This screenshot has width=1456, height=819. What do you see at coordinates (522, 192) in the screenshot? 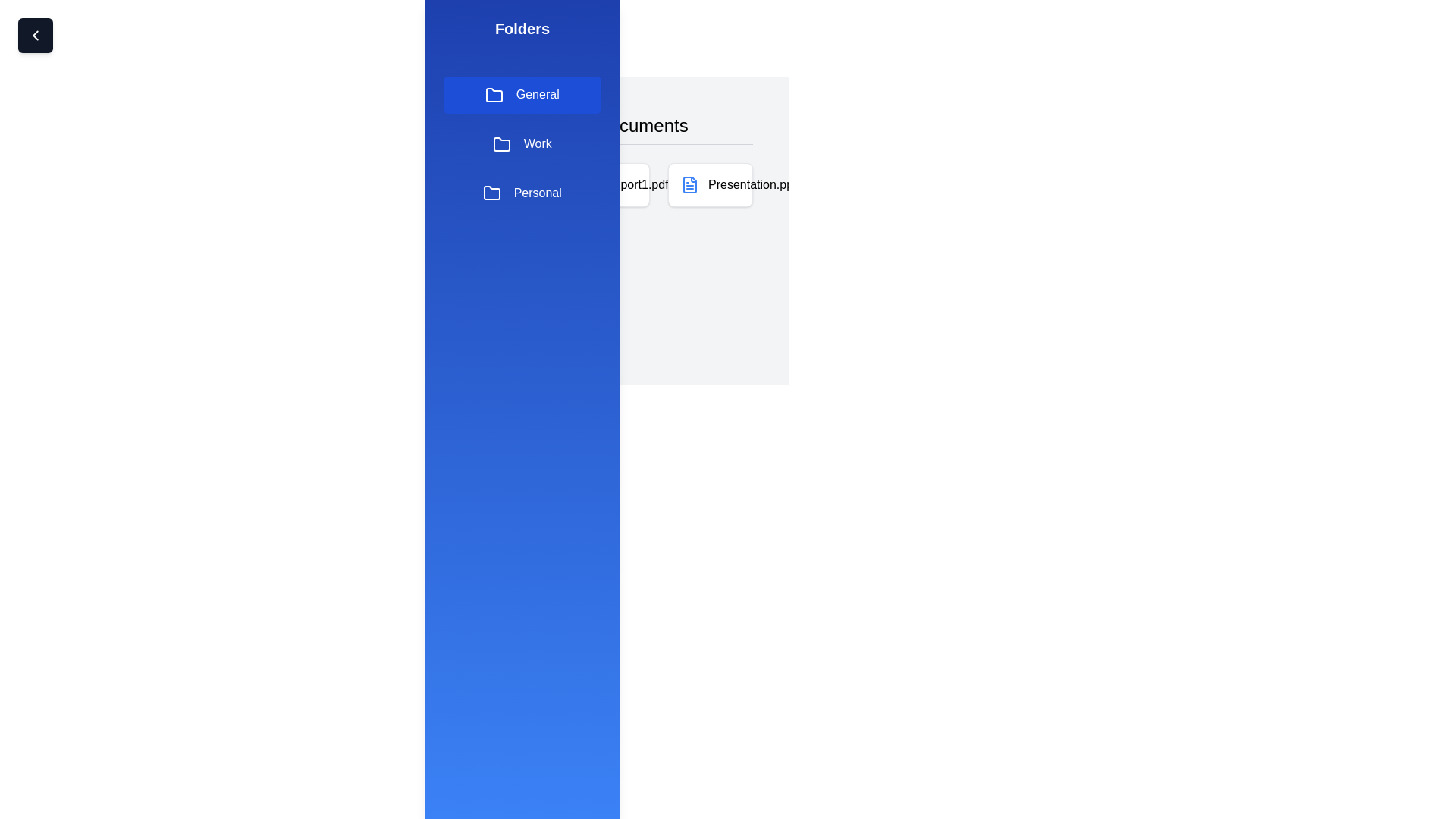
I see `the 'Personal' button styled as a list item with an icon and text in the sidebar menu` at bounding box center [522, 192].